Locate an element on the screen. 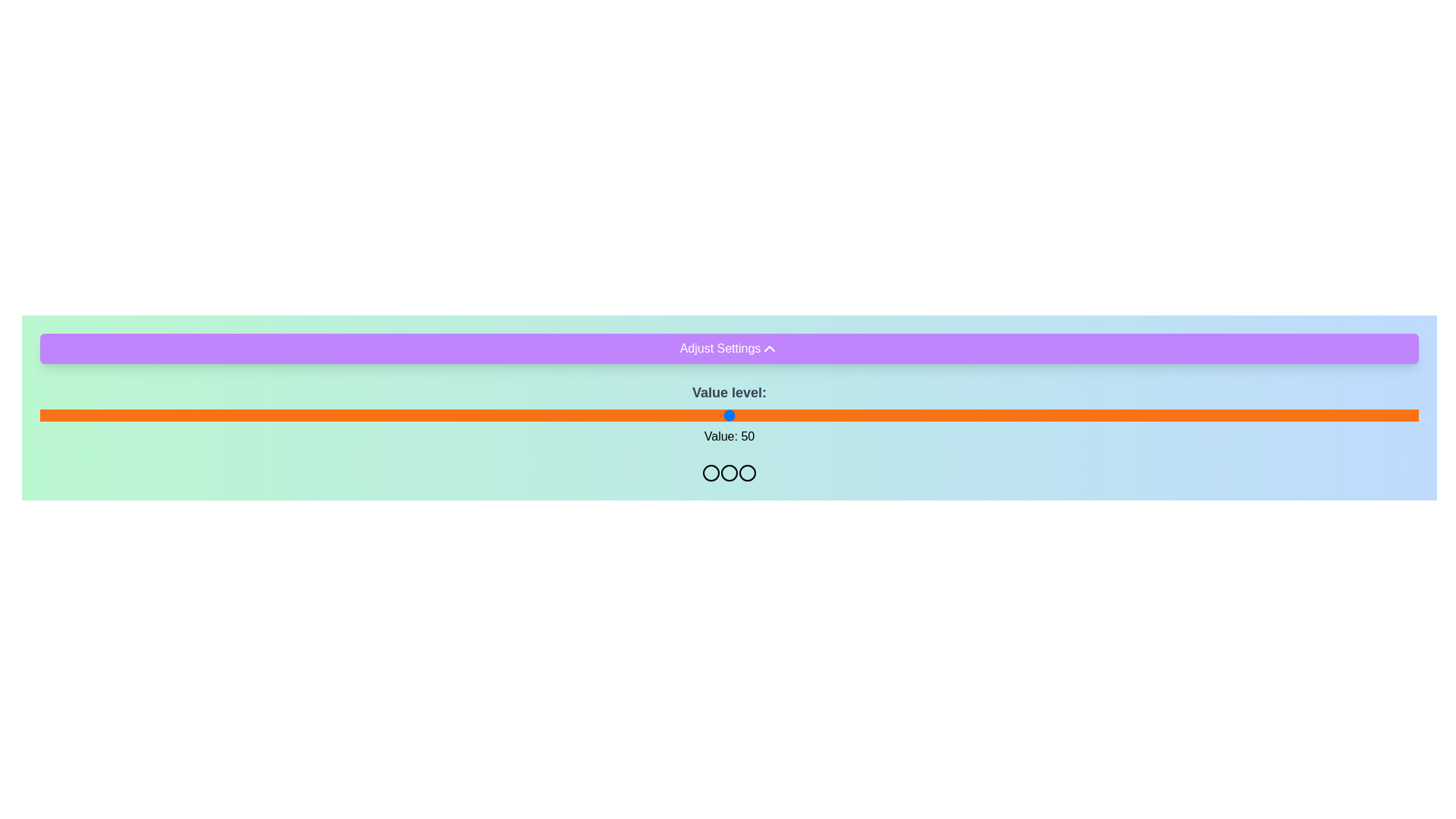 Image resolution: width=1456 pixels, height=819 pixels. the slider to set the value to 69 is located at coordinates (991, 415).